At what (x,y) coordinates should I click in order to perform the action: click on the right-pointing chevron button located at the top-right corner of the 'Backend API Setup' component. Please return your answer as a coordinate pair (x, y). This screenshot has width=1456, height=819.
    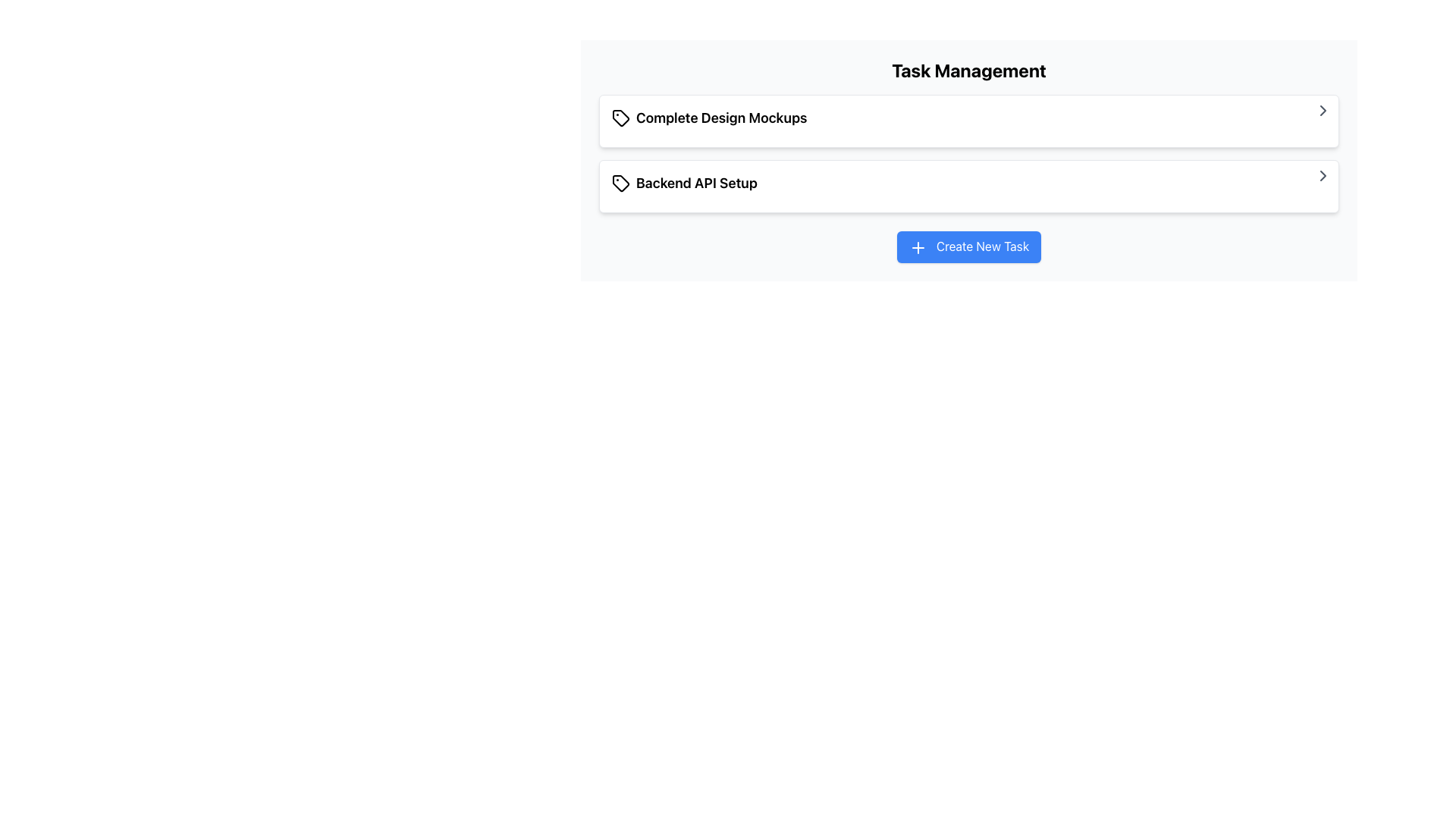
    Looking at the image, I should click on (1323, 174).